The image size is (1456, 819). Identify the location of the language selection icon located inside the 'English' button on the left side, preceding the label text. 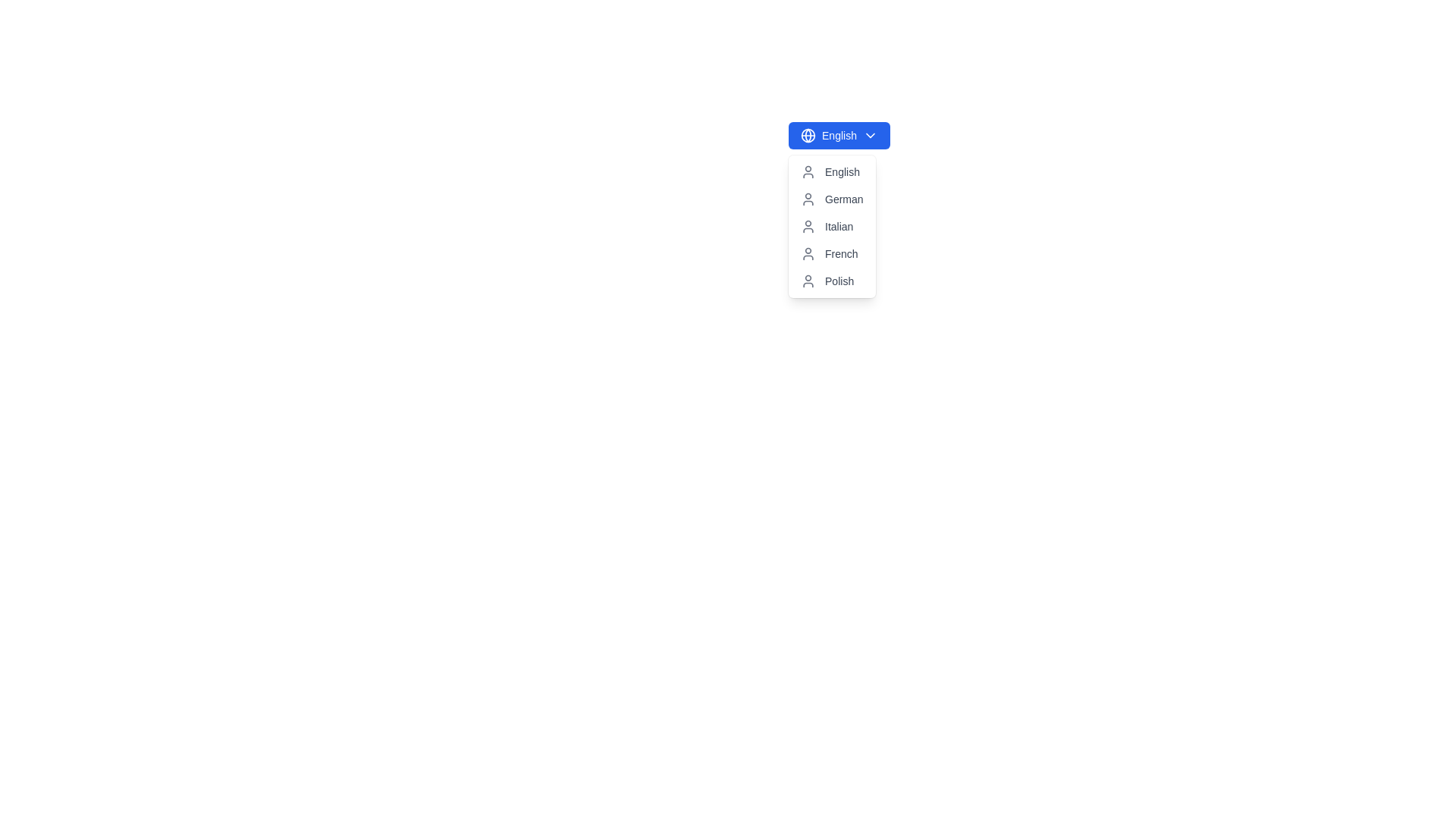
(807, 134).